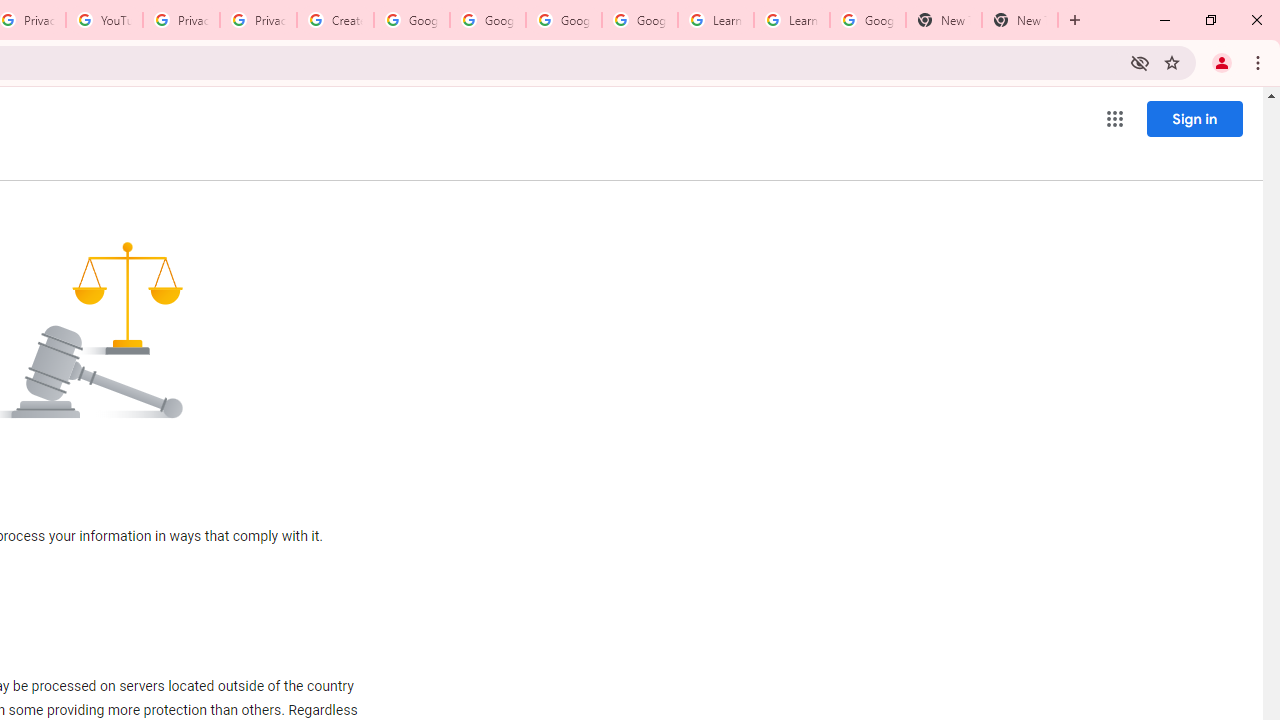 The image size is (1280, 720). I want to click on 'Create your Google Account', so click(335, 20).